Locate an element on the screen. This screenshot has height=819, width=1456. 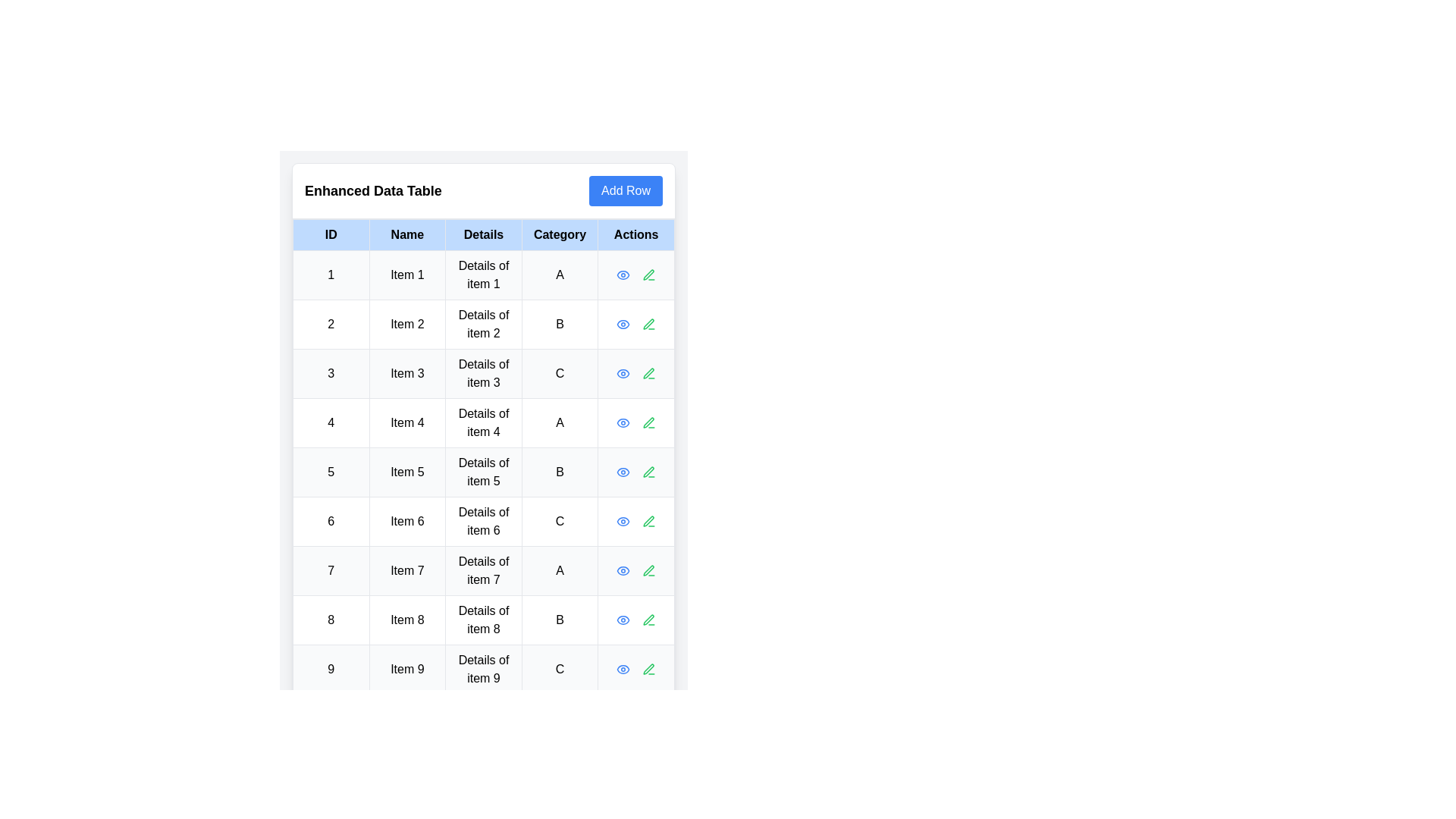
the edit icon in the 'Actions' column for 'Item 3' is located at coordinates (648, 373).